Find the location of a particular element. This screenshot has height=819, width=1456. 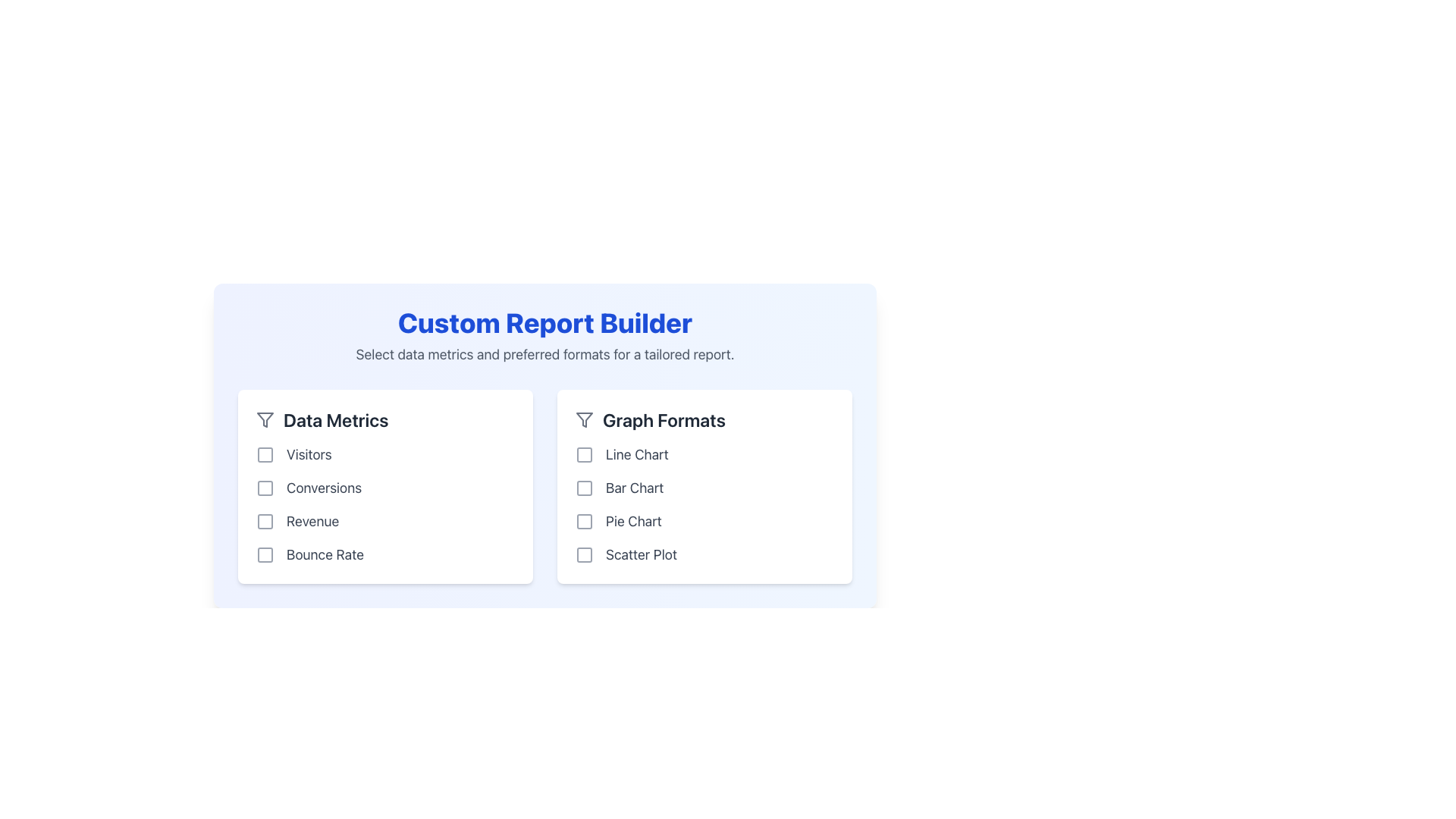

the 'Scatter Plot' option by clicking the checkbox located at the bottom of the 'Graph Formats' section, which is the fourth item in the list is located at coordinates (704, 555).